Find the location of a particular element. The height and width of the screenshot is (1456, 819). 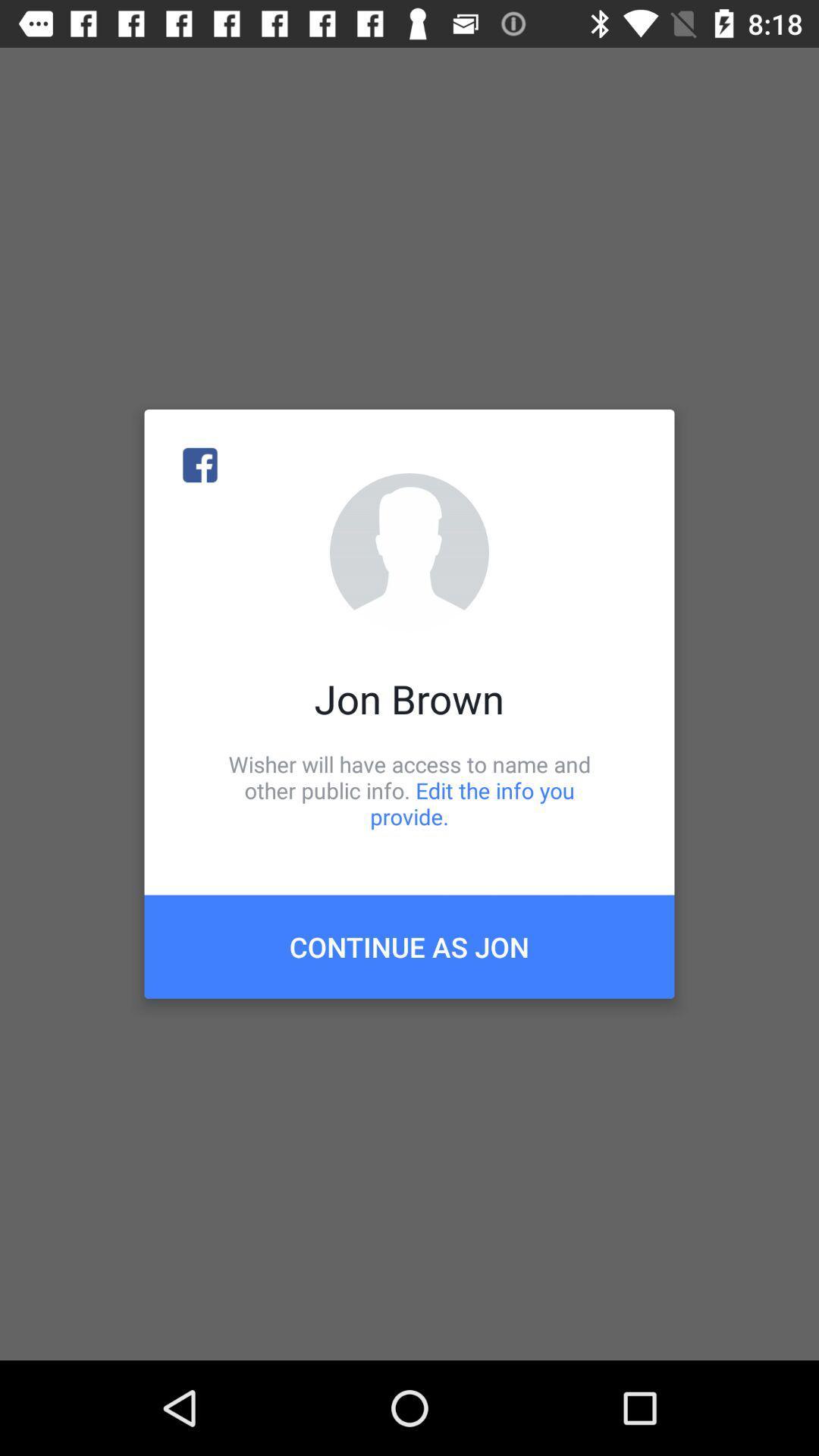

icon below wisher will have icon is located at coordinates (409, 946).